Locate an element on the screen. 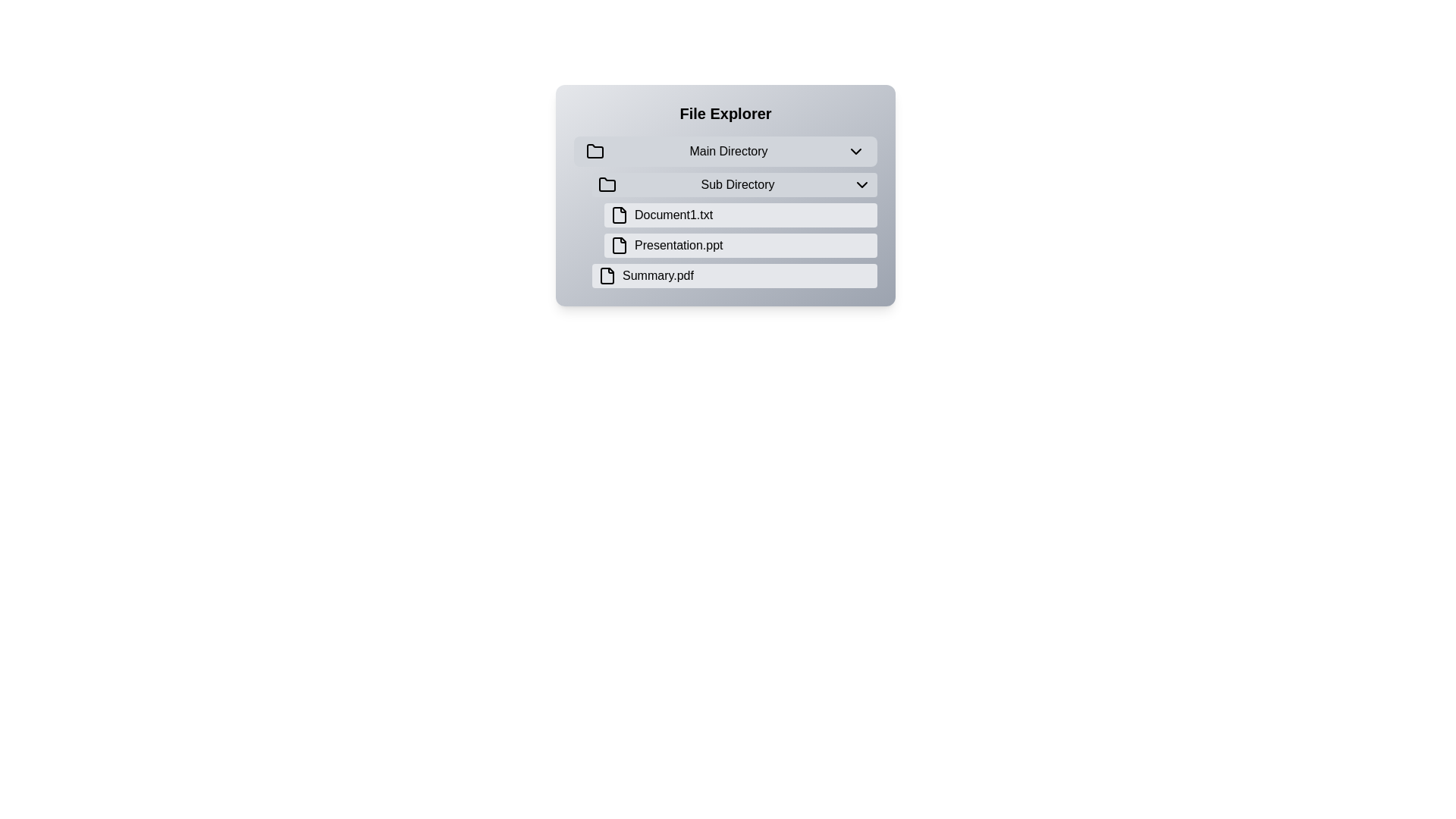 This screenshot has height=819, width=1456. the folder icon located in the top-left corner of the file explorer interface, right before the 'Main Directory' dropdown is located at coordinates (595, 151).